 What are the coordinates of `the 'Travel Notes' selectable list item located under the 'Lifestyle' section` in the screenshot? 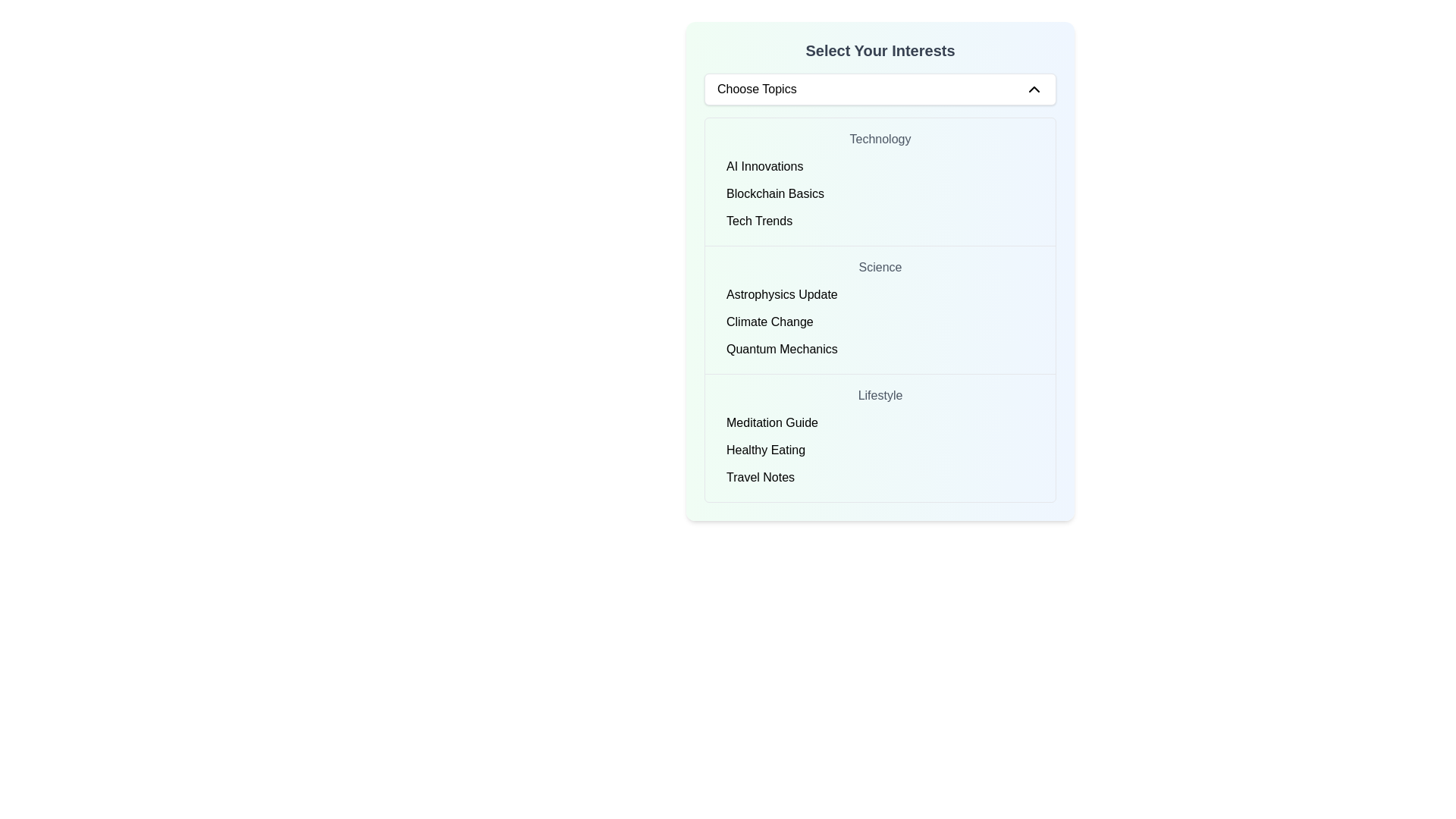 It's located at (880, 476).